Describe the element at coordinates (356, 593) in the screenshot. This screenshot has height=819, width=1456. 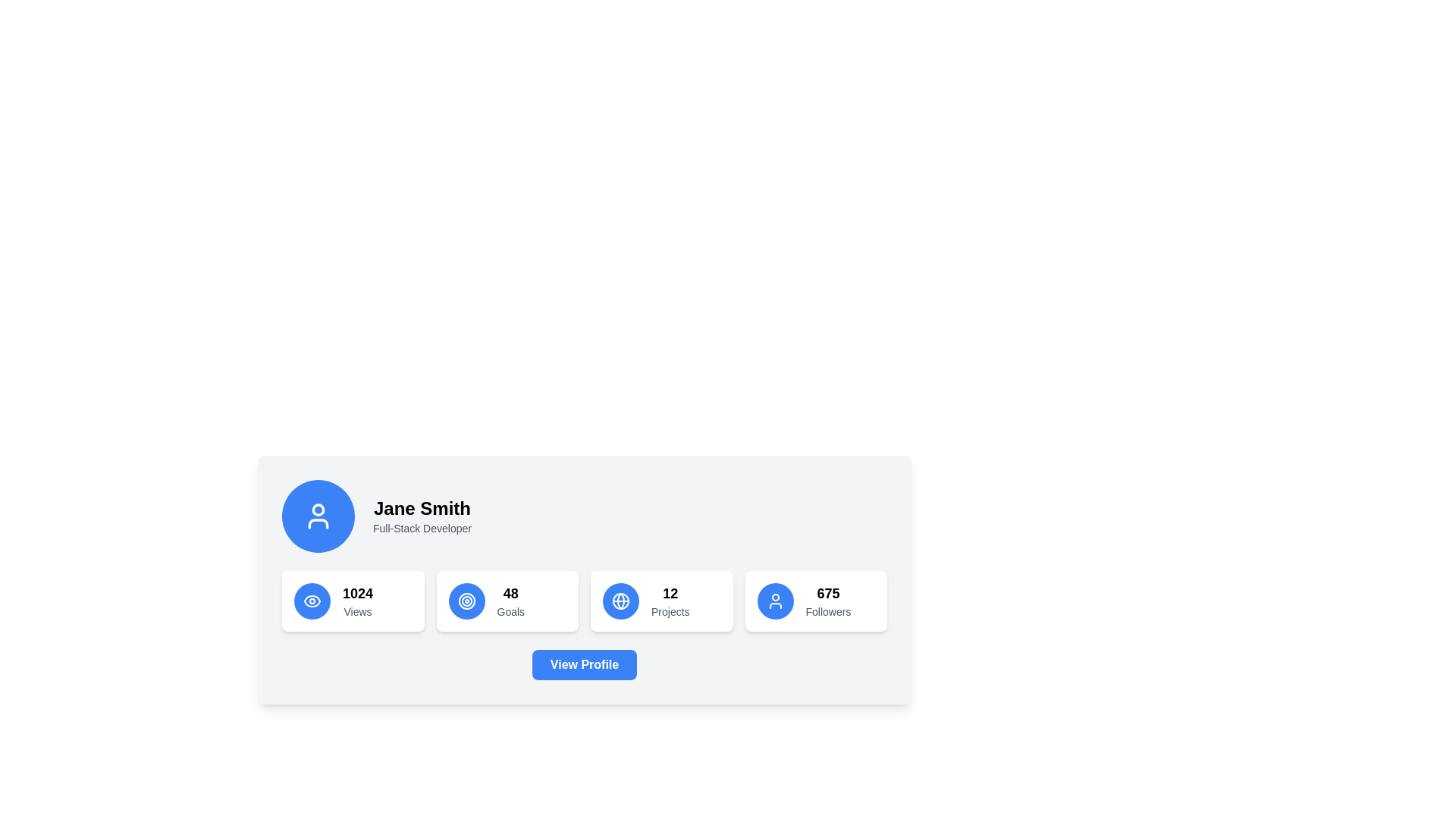
I see `the numerical value '1024' displayed in the text component located in the first statistic box on the second row, directly above the 'Views' label` at that location.